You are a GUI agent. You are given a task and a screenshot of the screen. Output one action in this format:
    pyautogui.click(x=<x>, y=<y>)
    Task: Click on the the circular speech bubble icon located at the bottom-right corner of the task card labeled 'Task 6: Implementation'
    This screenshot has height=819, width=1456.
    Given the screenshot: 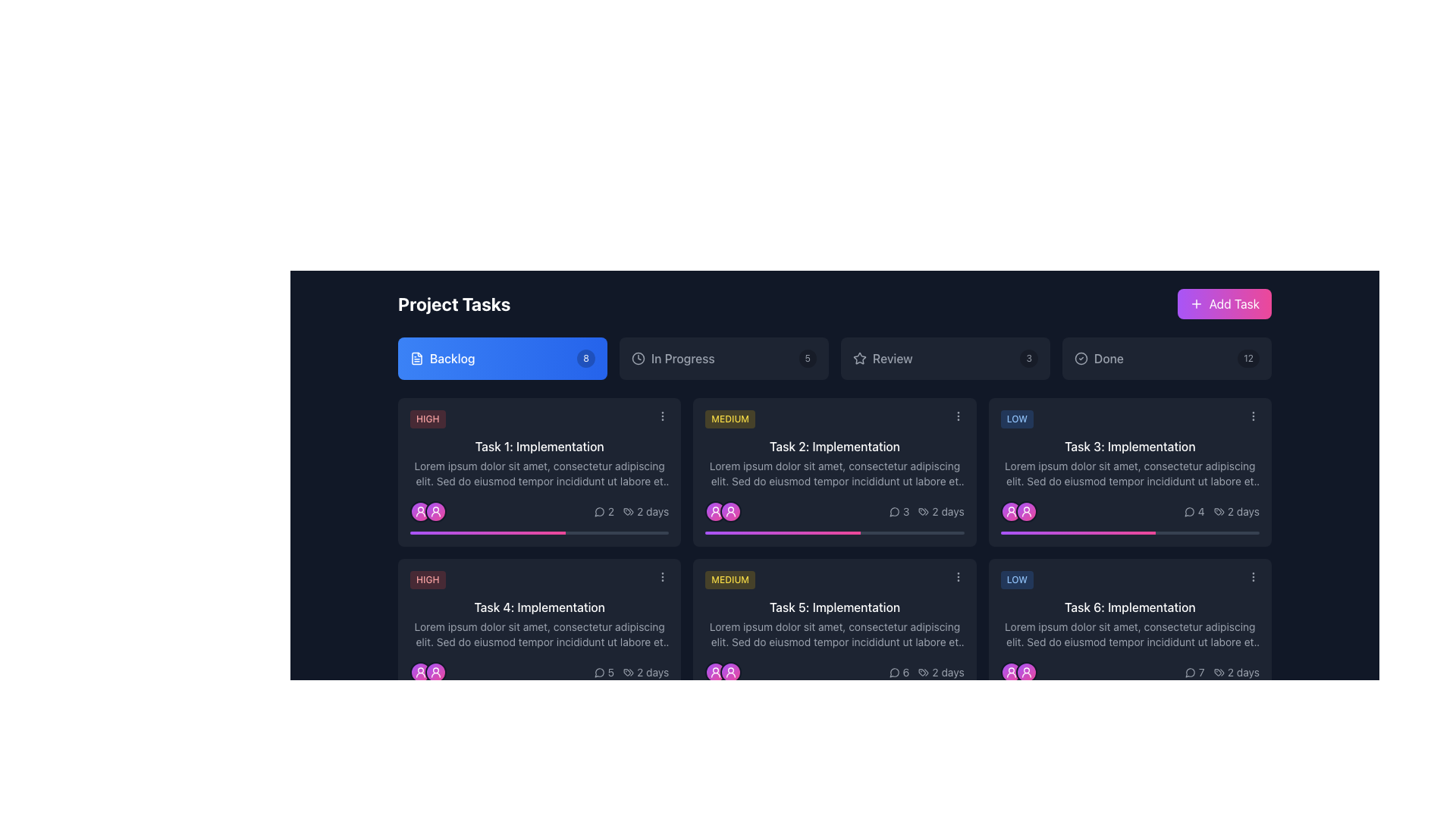 What is the action you would take?
    pyautogui.click(x=1189, y=672)
    